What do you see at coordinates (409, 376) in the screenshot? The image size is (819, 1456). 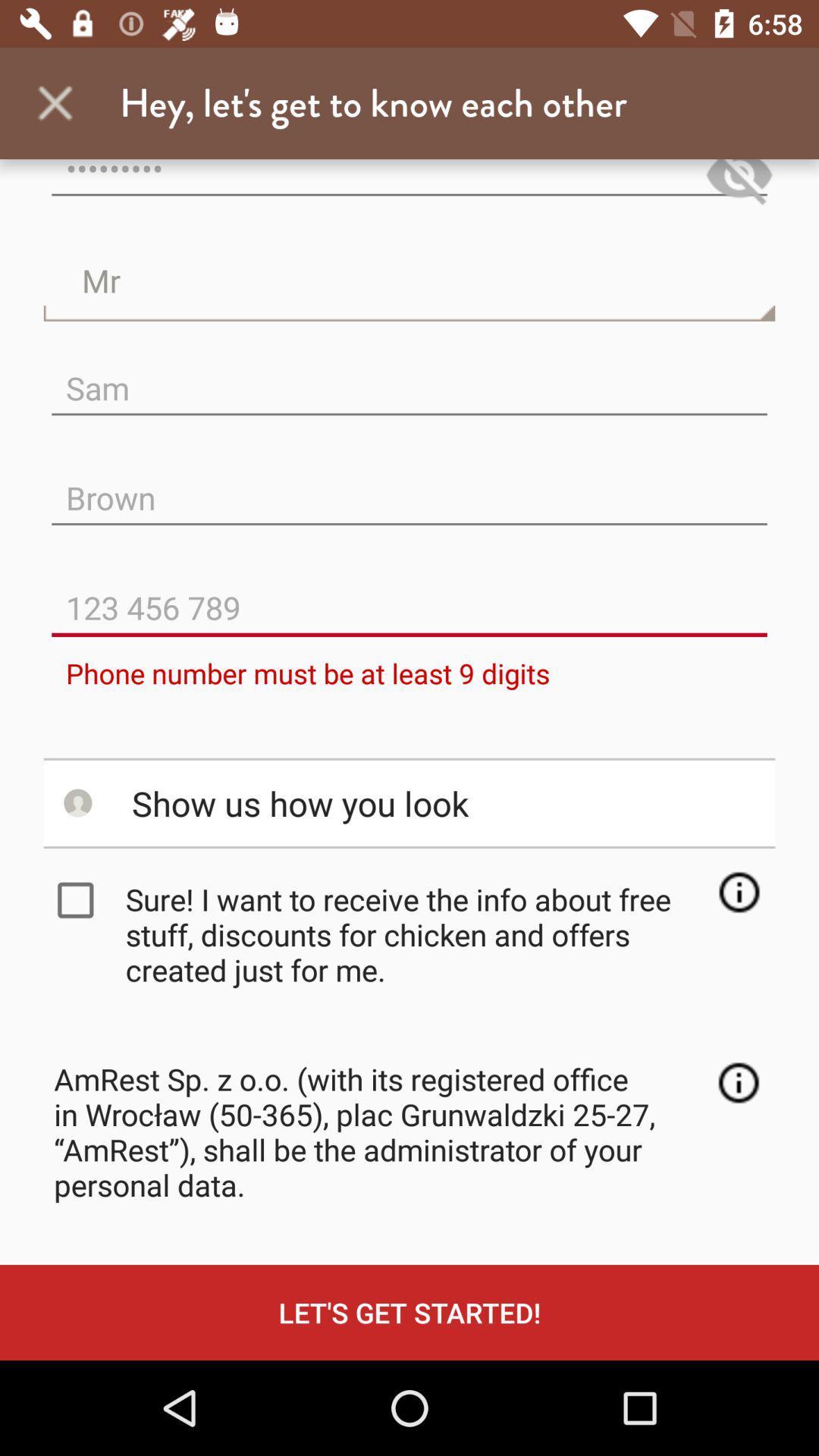 I see `the text field which has sam in it` at bounding box center [409, 376].